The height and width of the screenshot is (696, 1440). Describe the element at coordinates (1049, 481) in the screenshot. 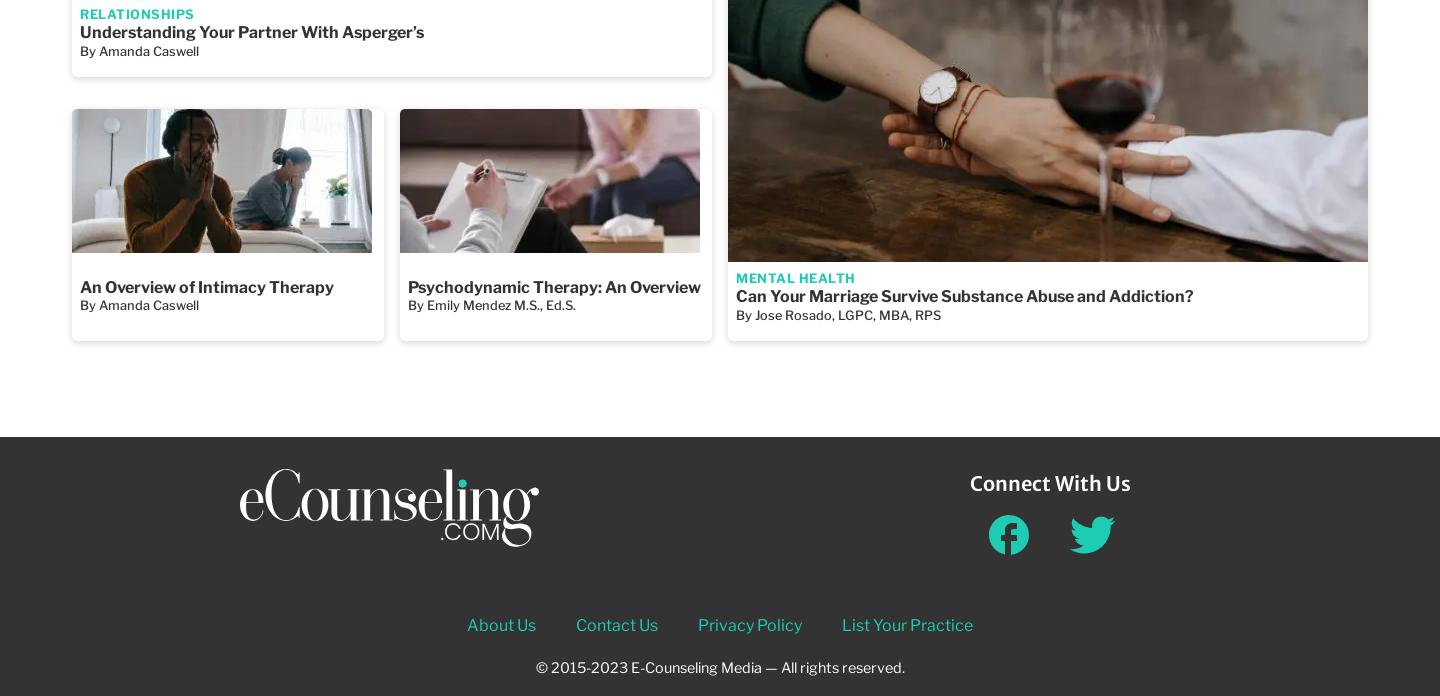

I see `'Connect With Us'` at that location.